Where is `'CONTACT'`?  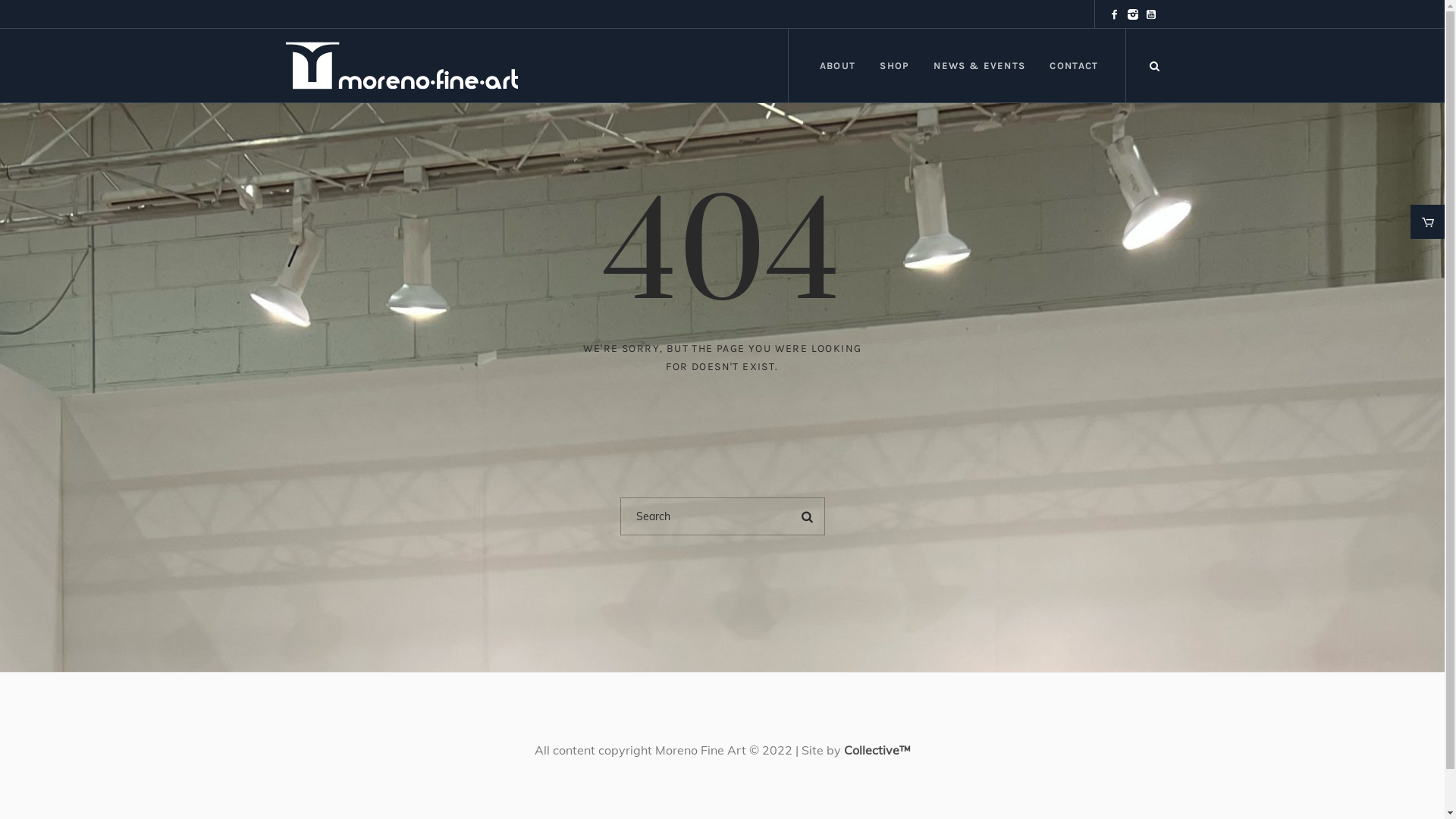 'CONTACT' is located at coordinates (1072, 64).